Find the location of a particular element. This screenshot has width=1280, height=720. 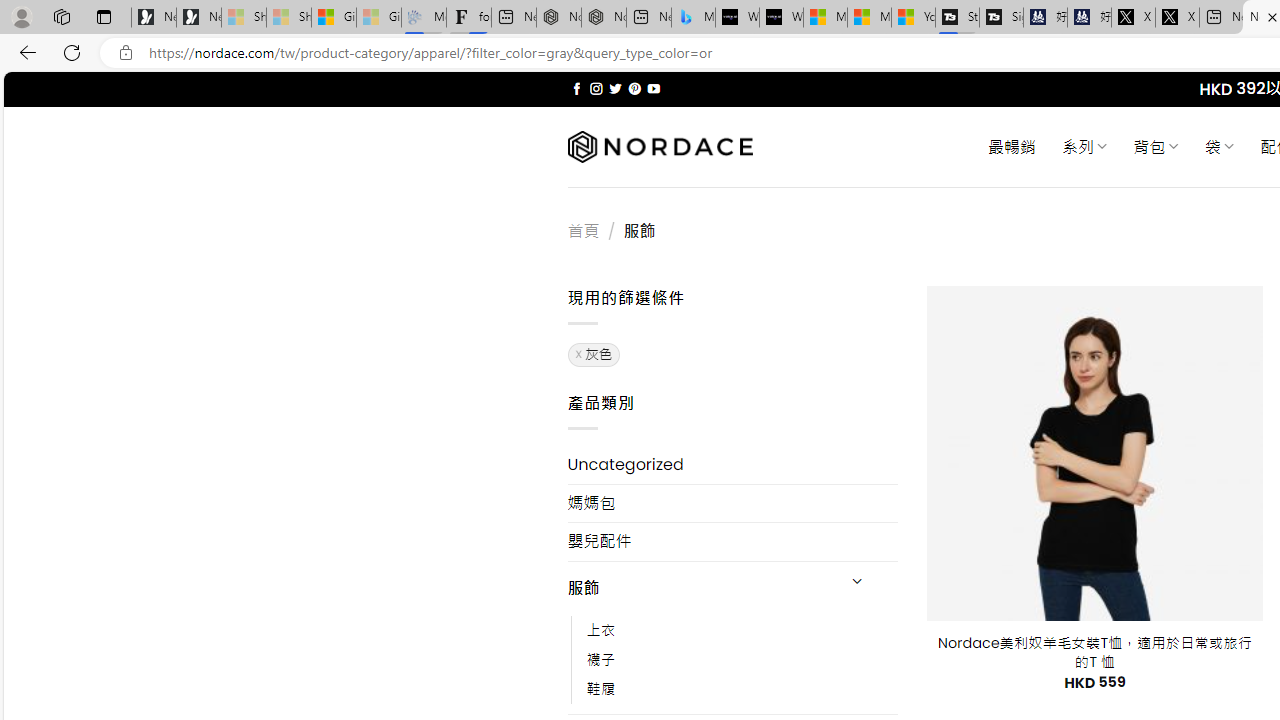

'Streaming Coverage | T3' is located at coordinates (956, 17).